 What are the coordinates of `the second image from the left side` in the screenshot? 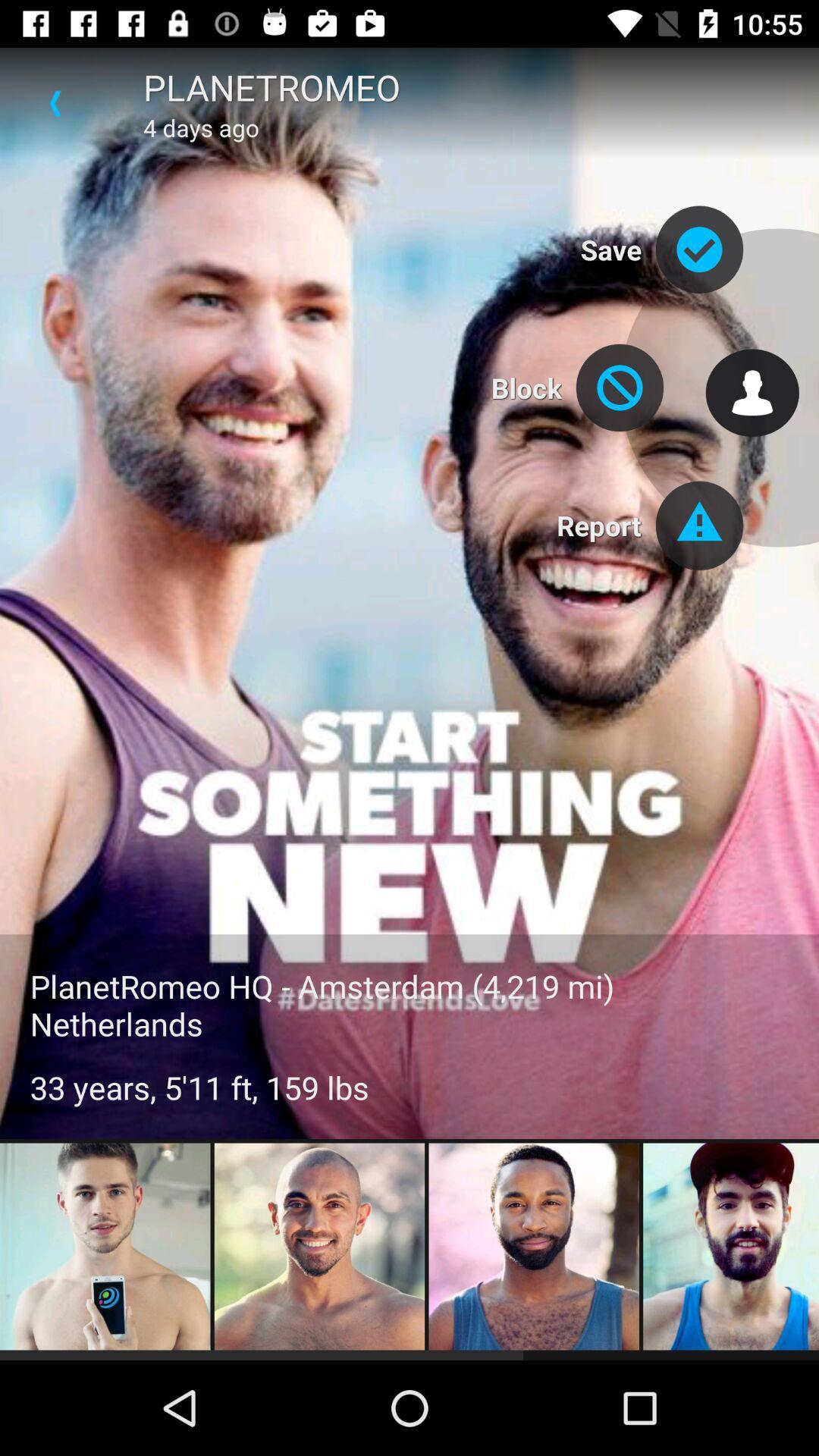 It's located at (318, 1248).